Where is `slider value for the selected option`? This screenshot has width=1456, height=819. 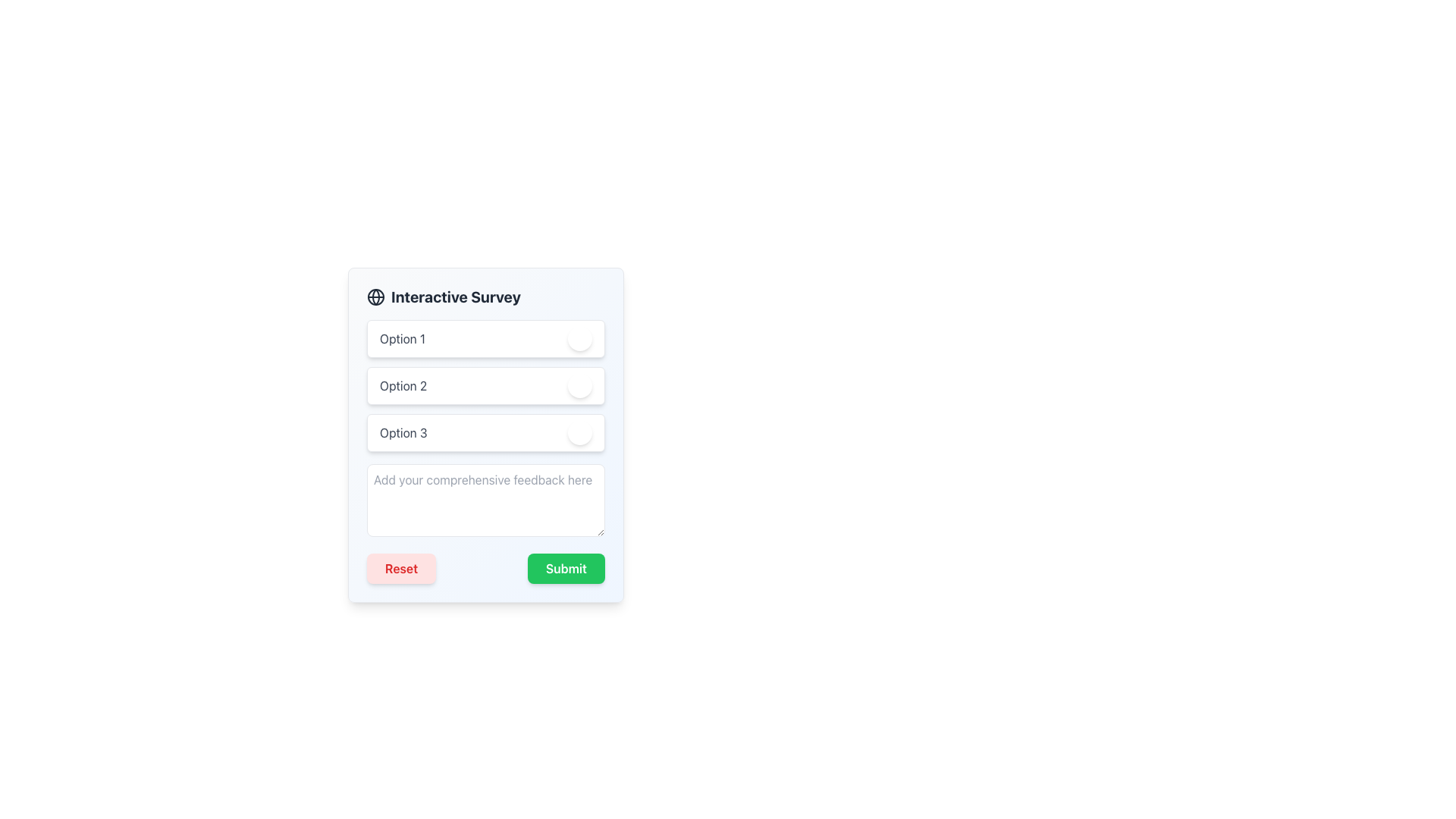
slider value for the selected option is located at coordinates (566, 338).